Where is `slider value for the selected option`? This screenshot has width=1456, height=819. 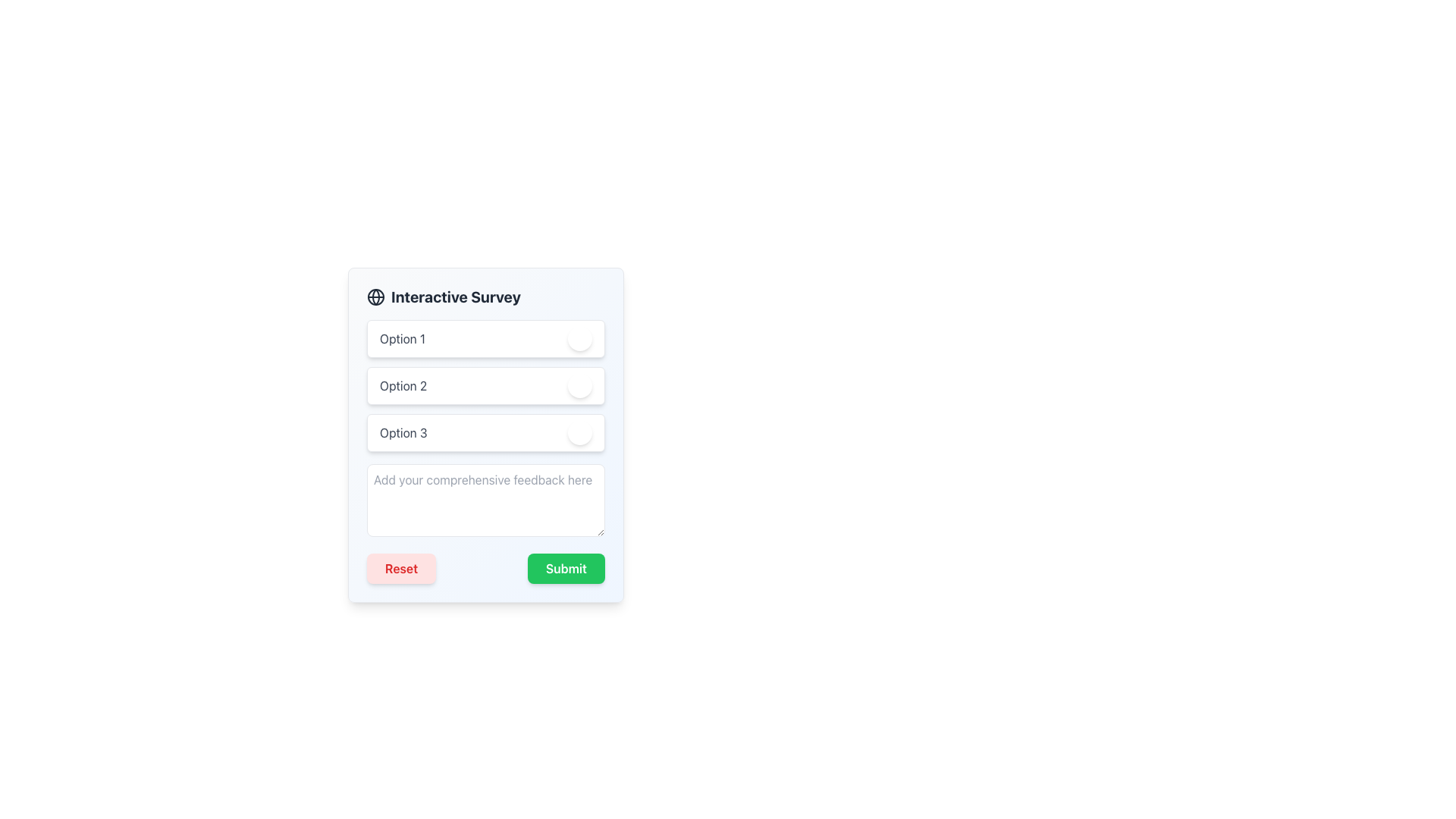
slider value for the selected option is located at coordinates (566, 338).